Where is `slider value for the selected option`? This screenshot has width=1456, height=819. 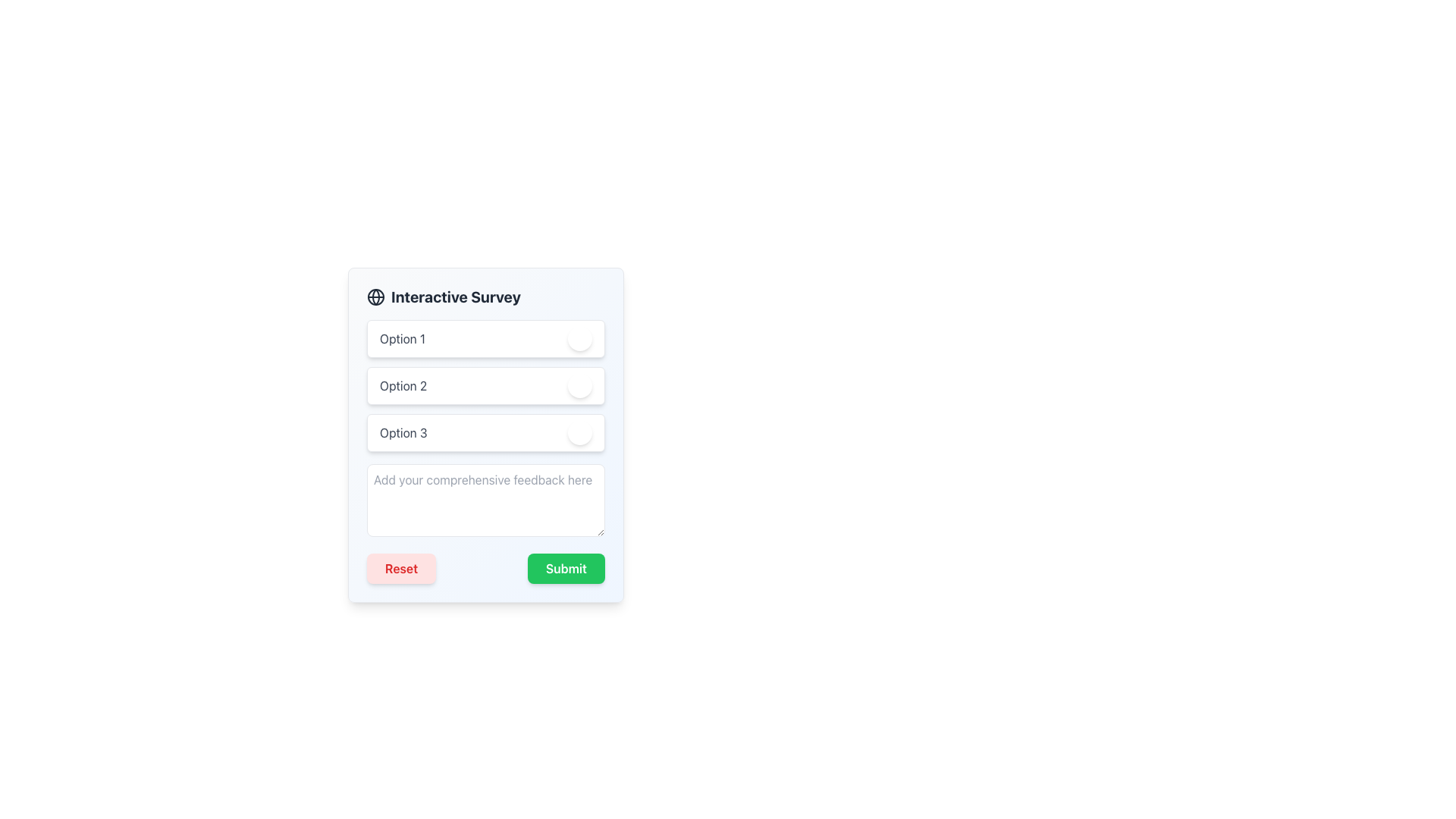
slider value for the selected option is located at coordinates (566, 338).